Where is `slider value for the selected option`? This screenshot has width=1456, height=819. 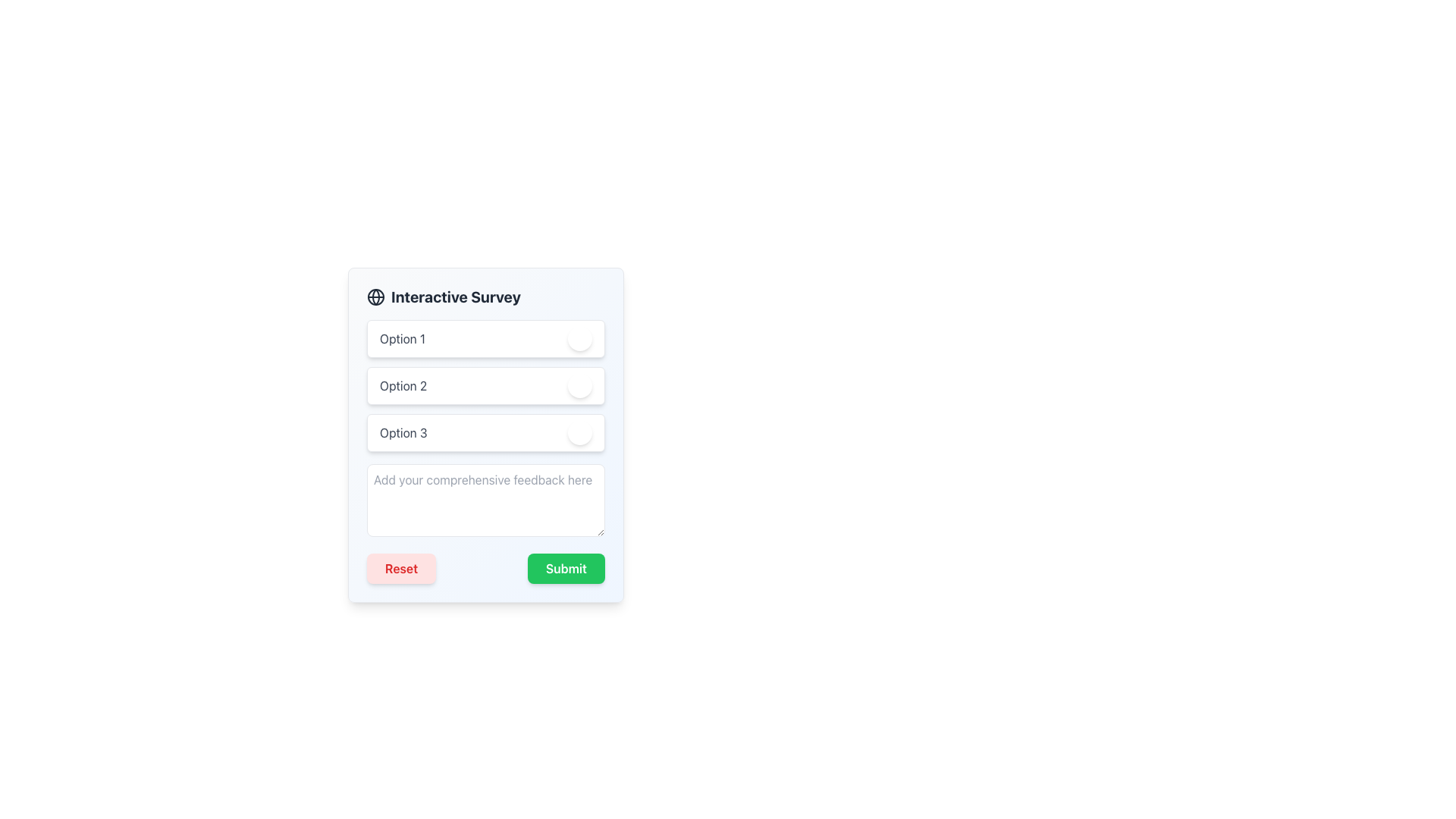
slider value for the selected option is located at coordinates (566, 338).